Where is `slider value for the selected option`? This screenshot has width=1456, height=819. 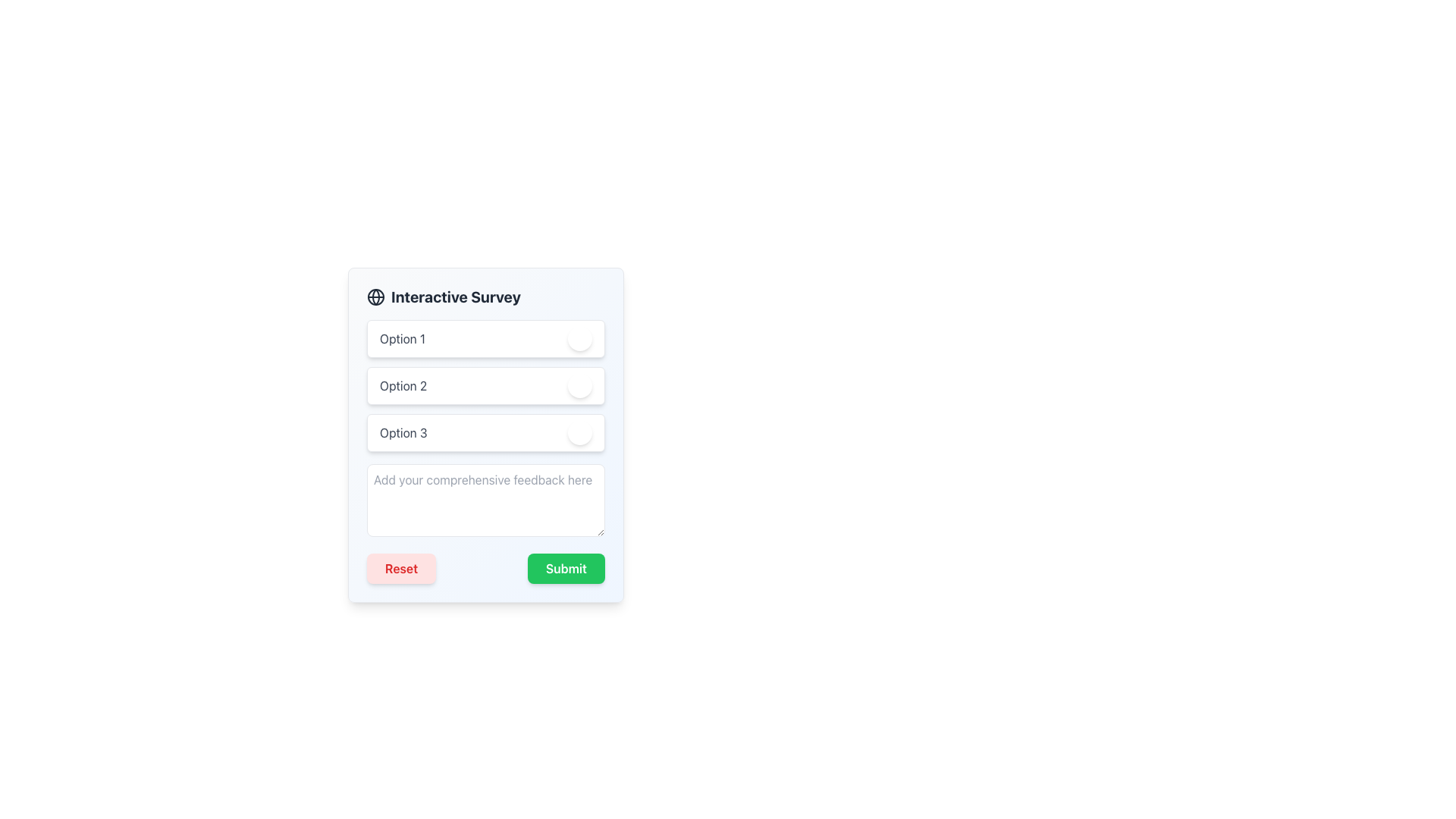
slider value for the selected option is located at coordinates (566, 338).